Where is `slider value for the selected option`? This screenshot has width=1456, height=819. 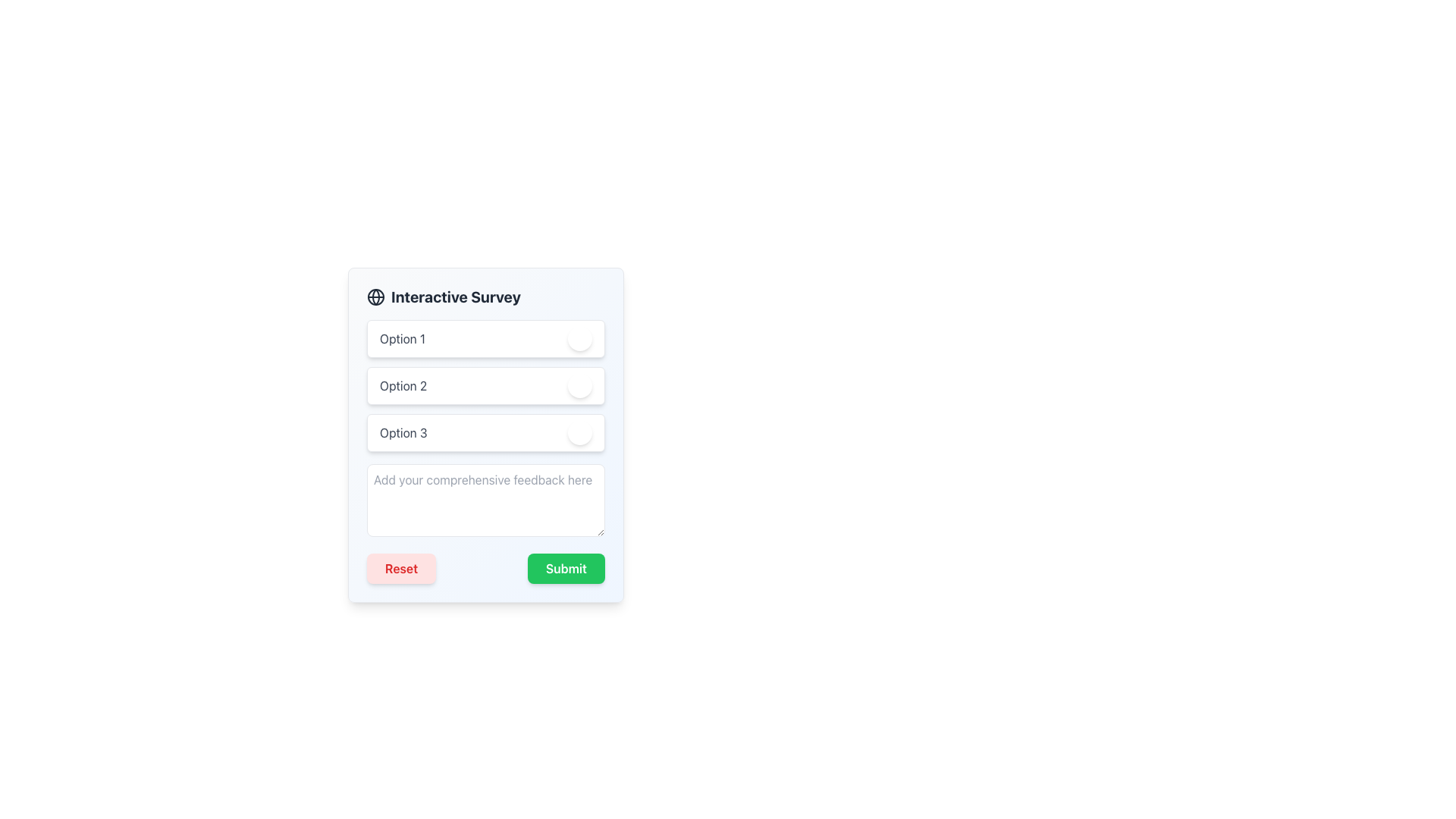
slider value for the selected option is located at coordinates (566, 338).